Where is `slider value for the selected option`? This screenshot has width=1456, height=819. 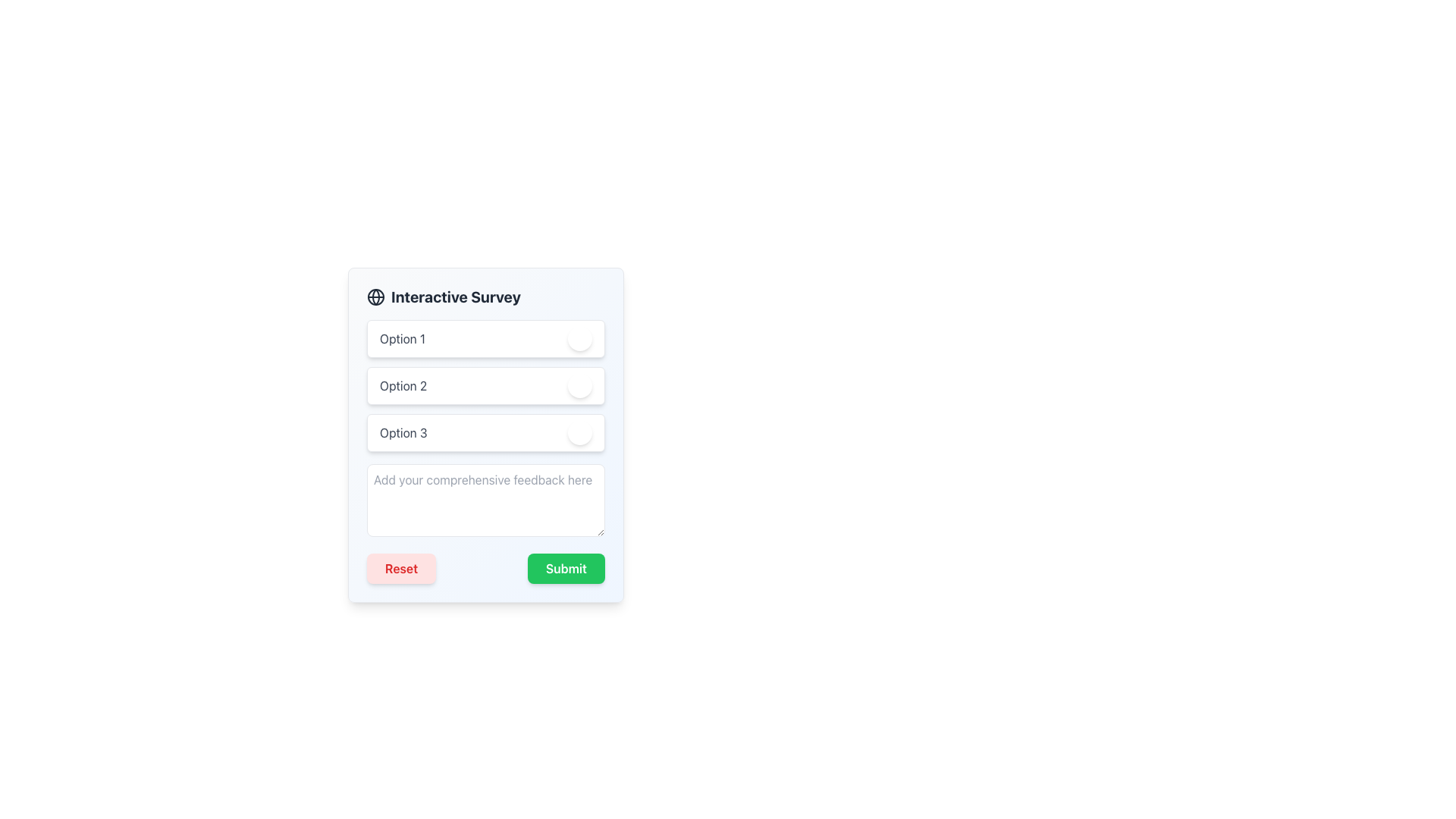
slider value for the selected option is located at coordinates (566, 338).